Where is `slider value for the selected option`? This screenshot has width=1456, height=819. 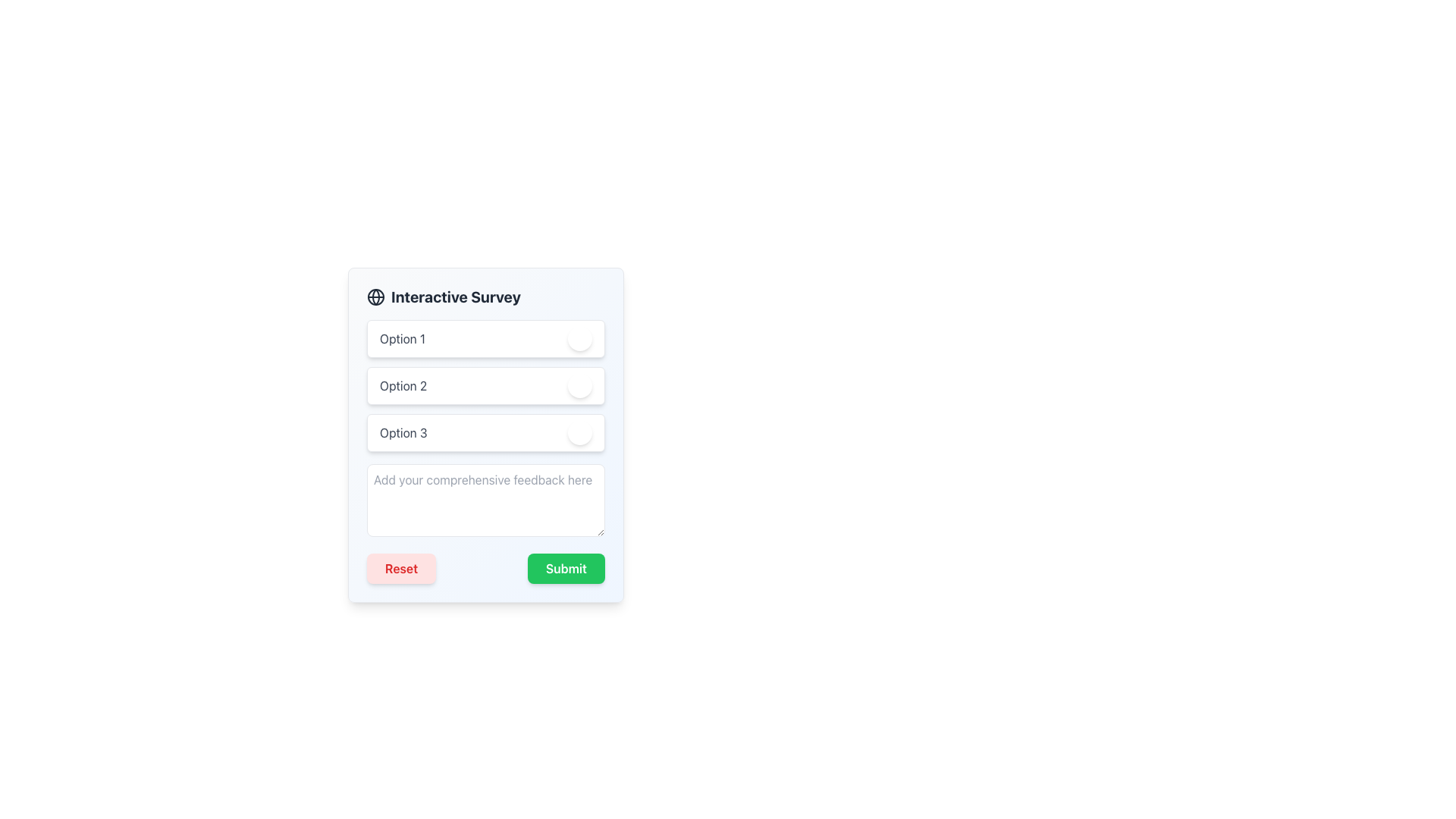
slider value for the selected option is located at coordinates (566, 338).